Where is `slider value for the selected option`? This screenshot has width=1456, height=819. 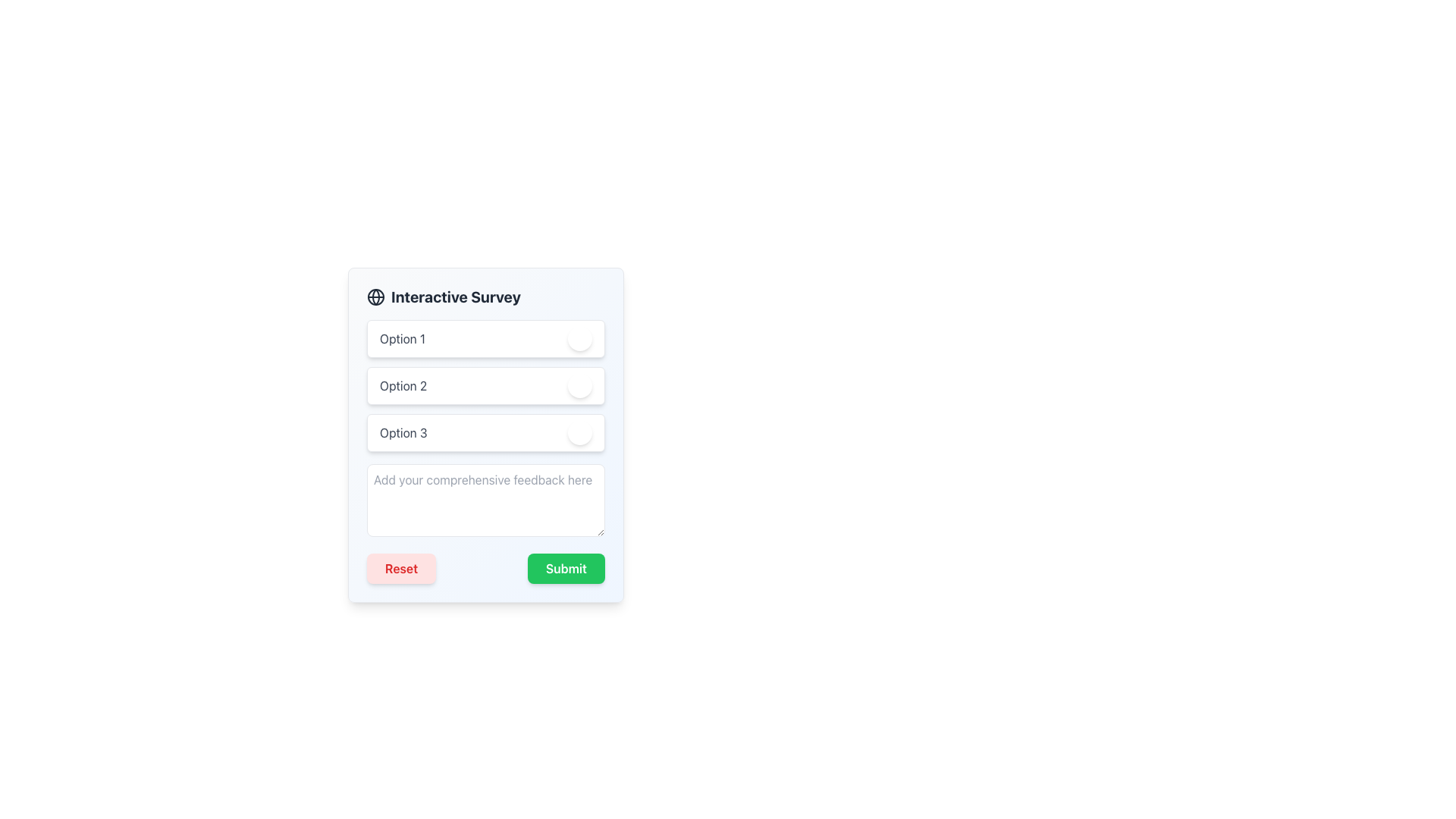
slider value for the selected option is located at coordinates (566, 338).